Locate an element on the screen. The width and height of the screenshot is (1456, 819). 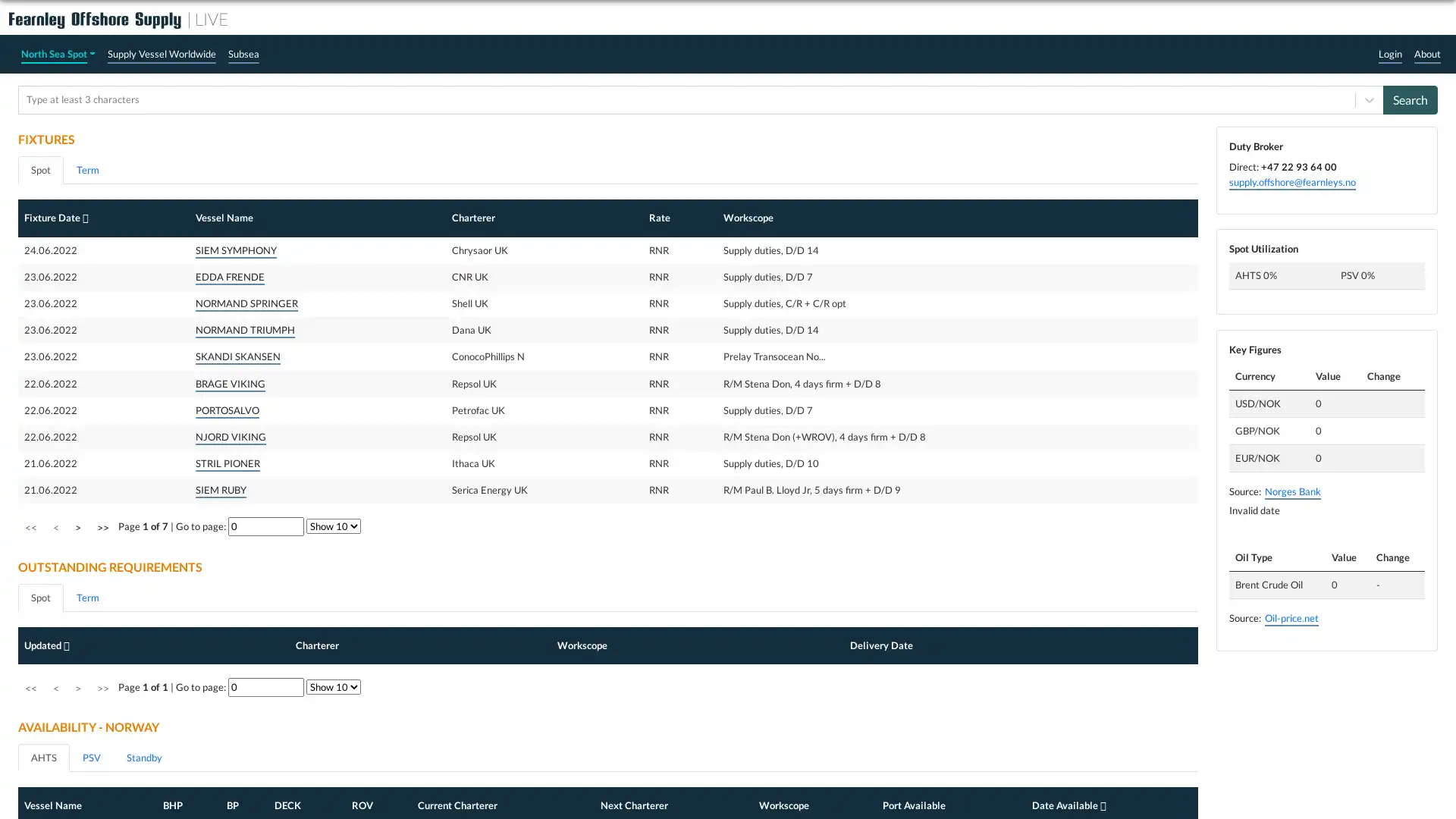
> is located at coordinates (77, 526).